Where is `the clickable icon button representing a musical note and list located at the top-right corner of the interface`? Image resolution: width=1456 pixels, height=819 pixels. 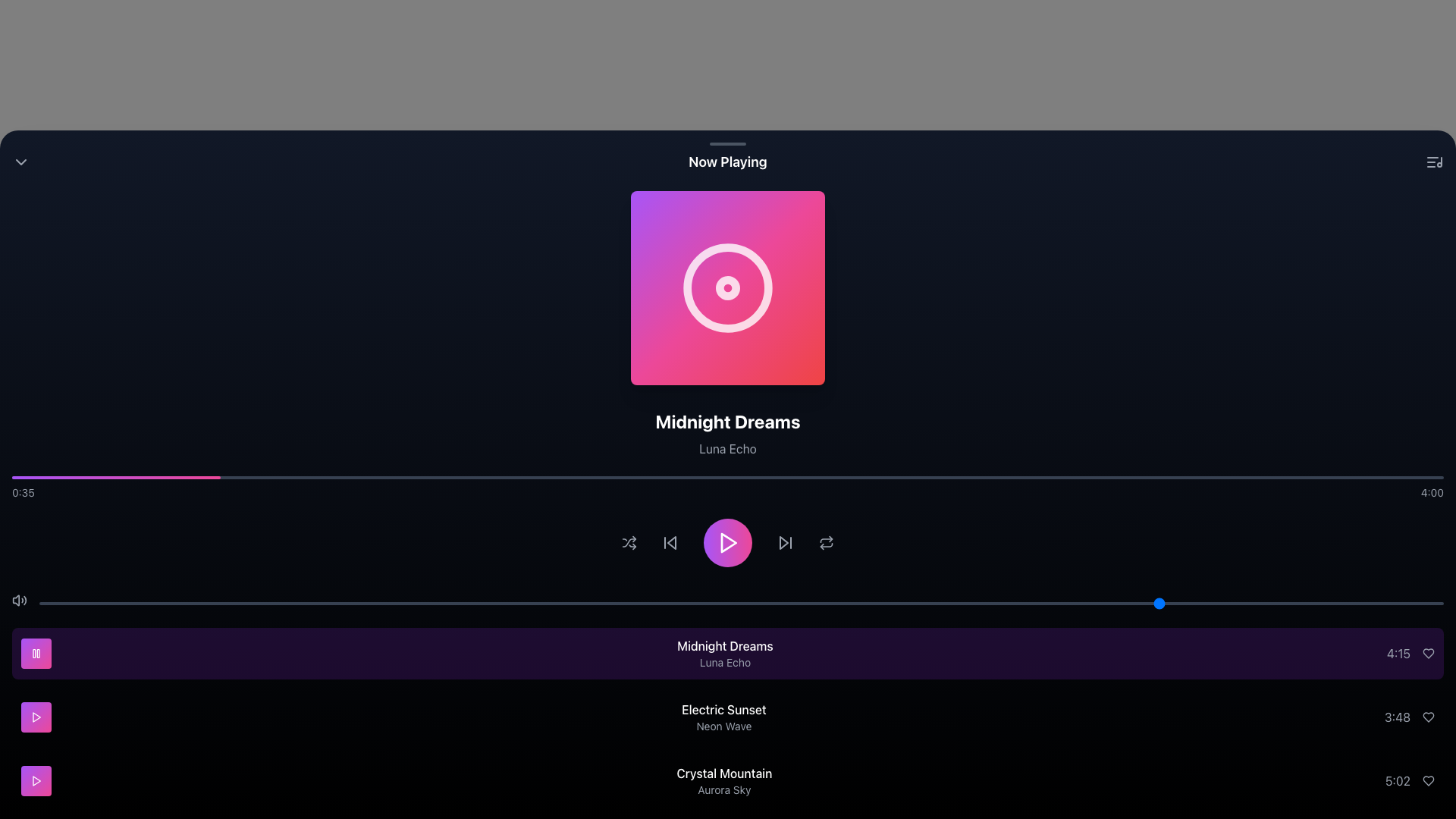
the clickable icon button representing a musical note and list located at the top-right corner of the interface is located at coordinates (1433, 162).